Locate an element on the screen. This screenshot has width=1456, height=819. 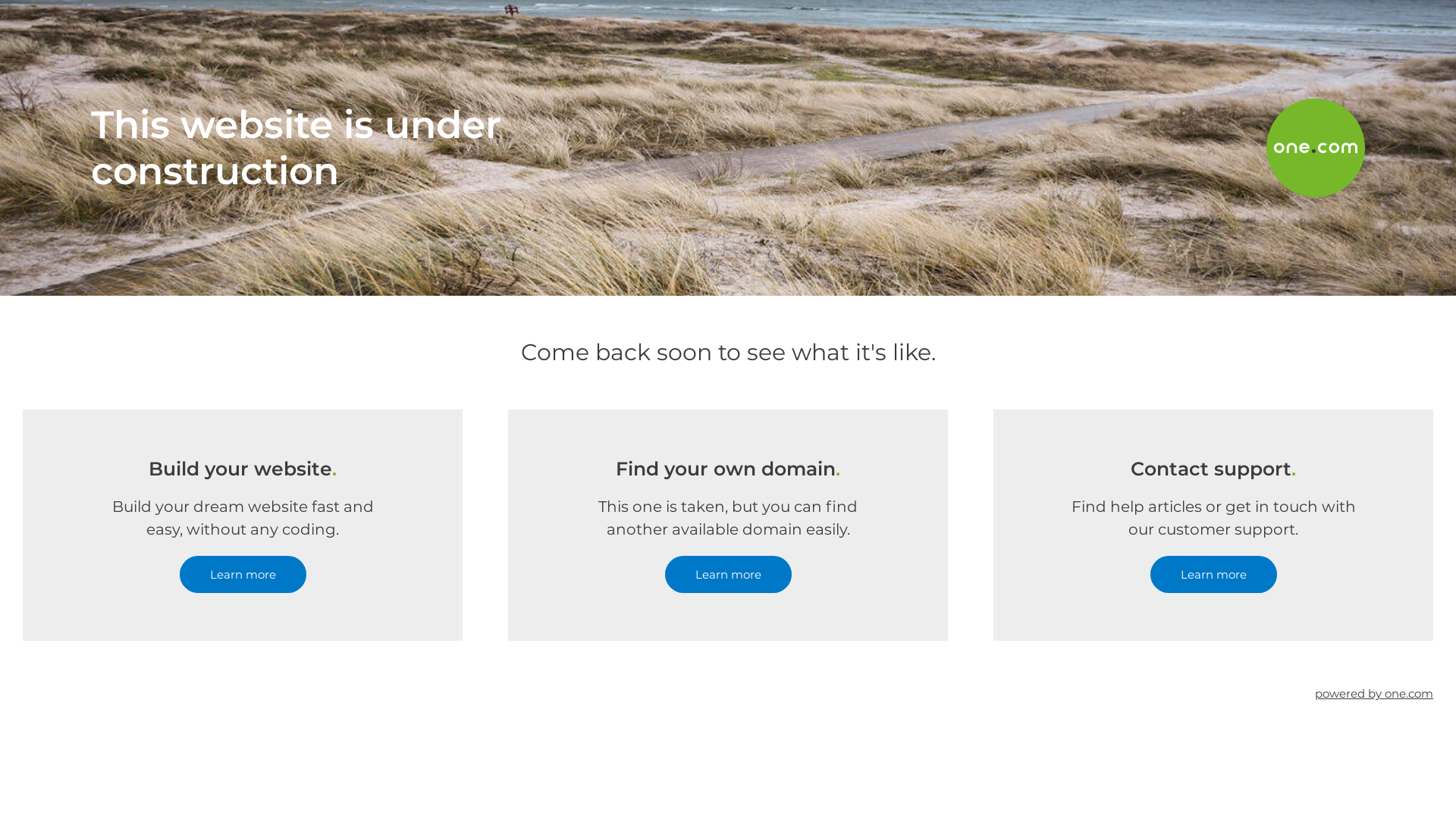
'Learn more' is located at coordinates (1212, 574).